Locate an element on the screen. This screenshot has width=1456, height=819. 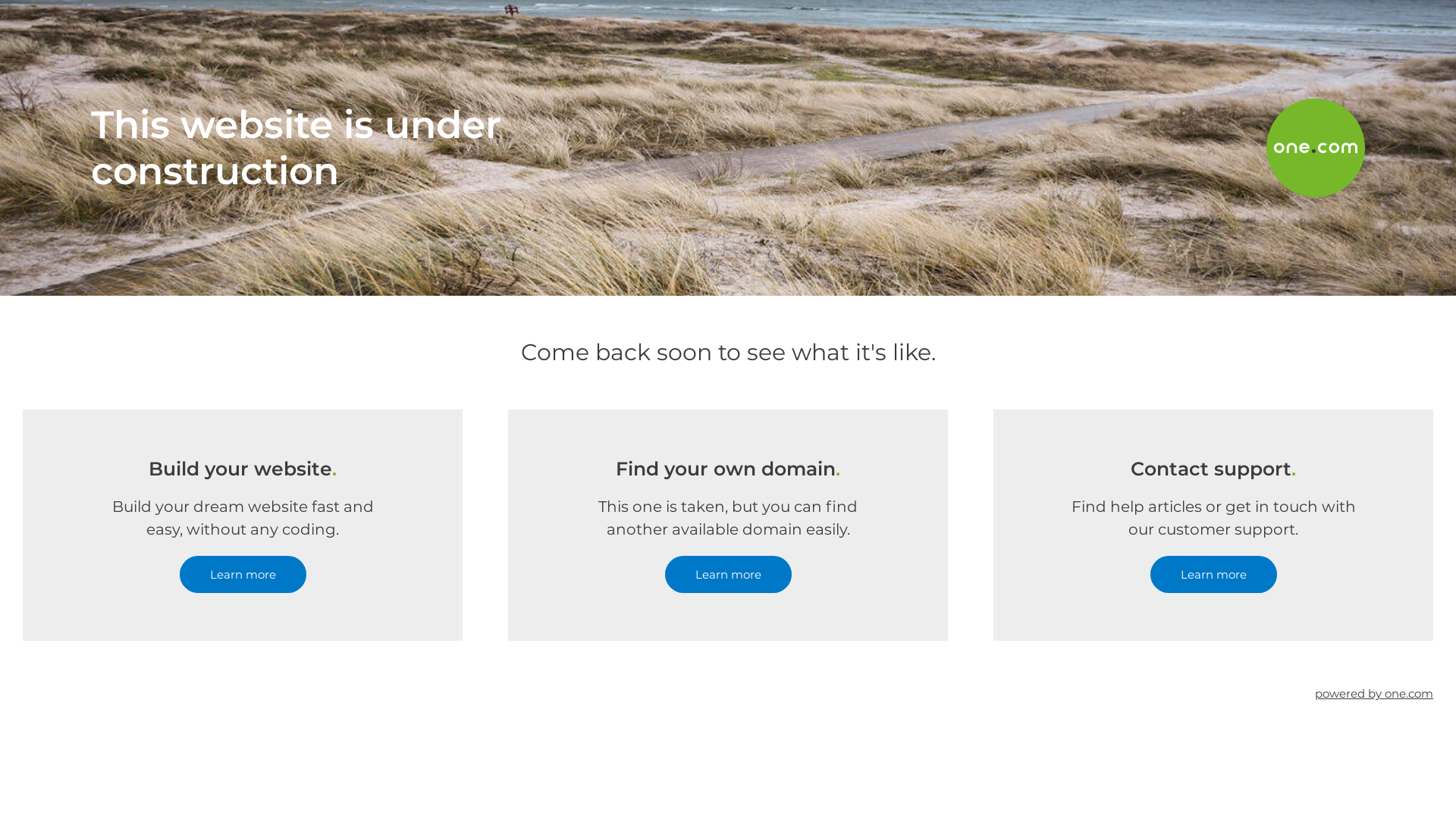
'Learn more' is located at coordinates (1212, 574).